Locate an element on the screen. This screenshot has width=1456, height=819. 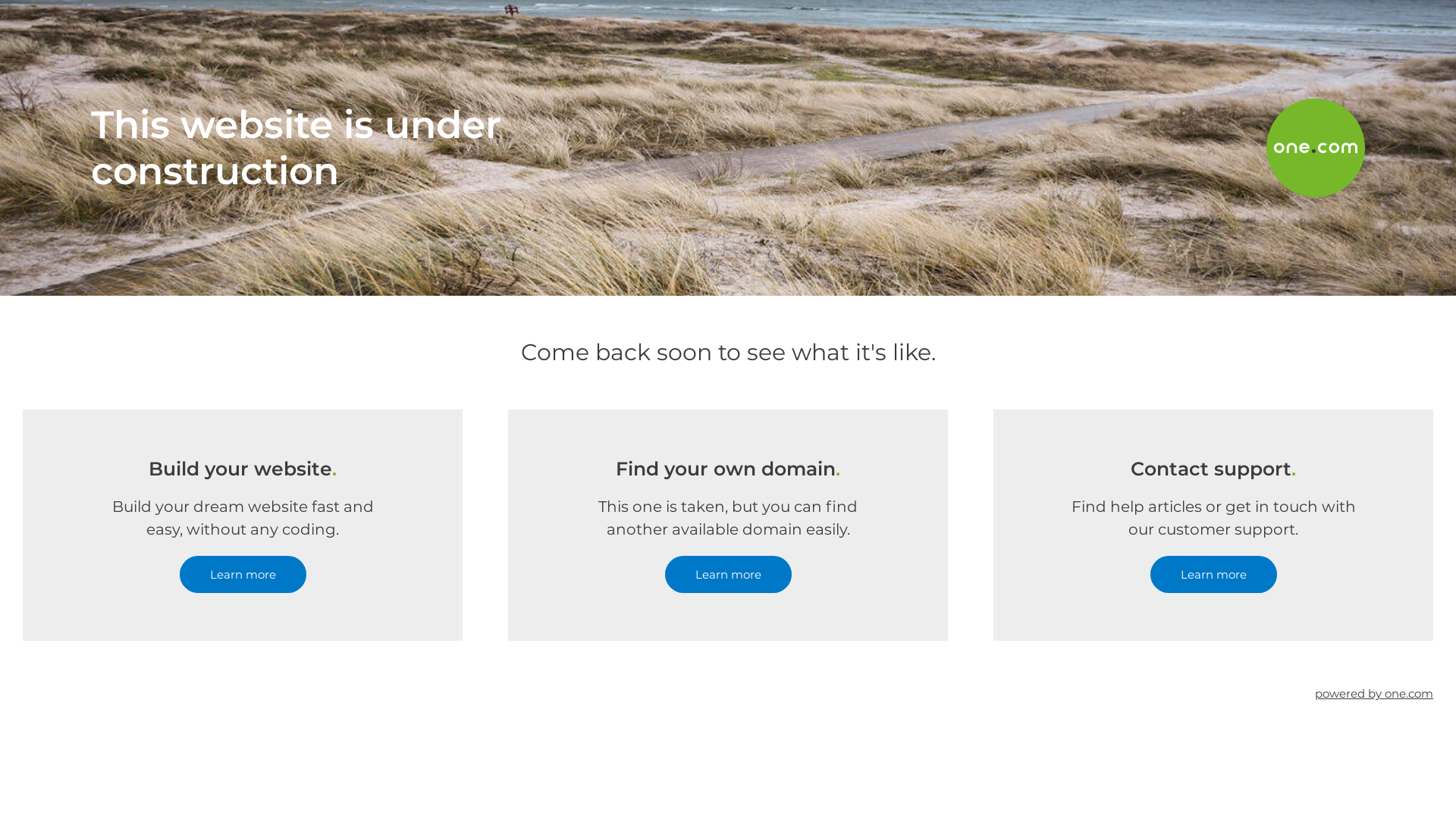
'Learn more' is located at coordinates (1212, 574).